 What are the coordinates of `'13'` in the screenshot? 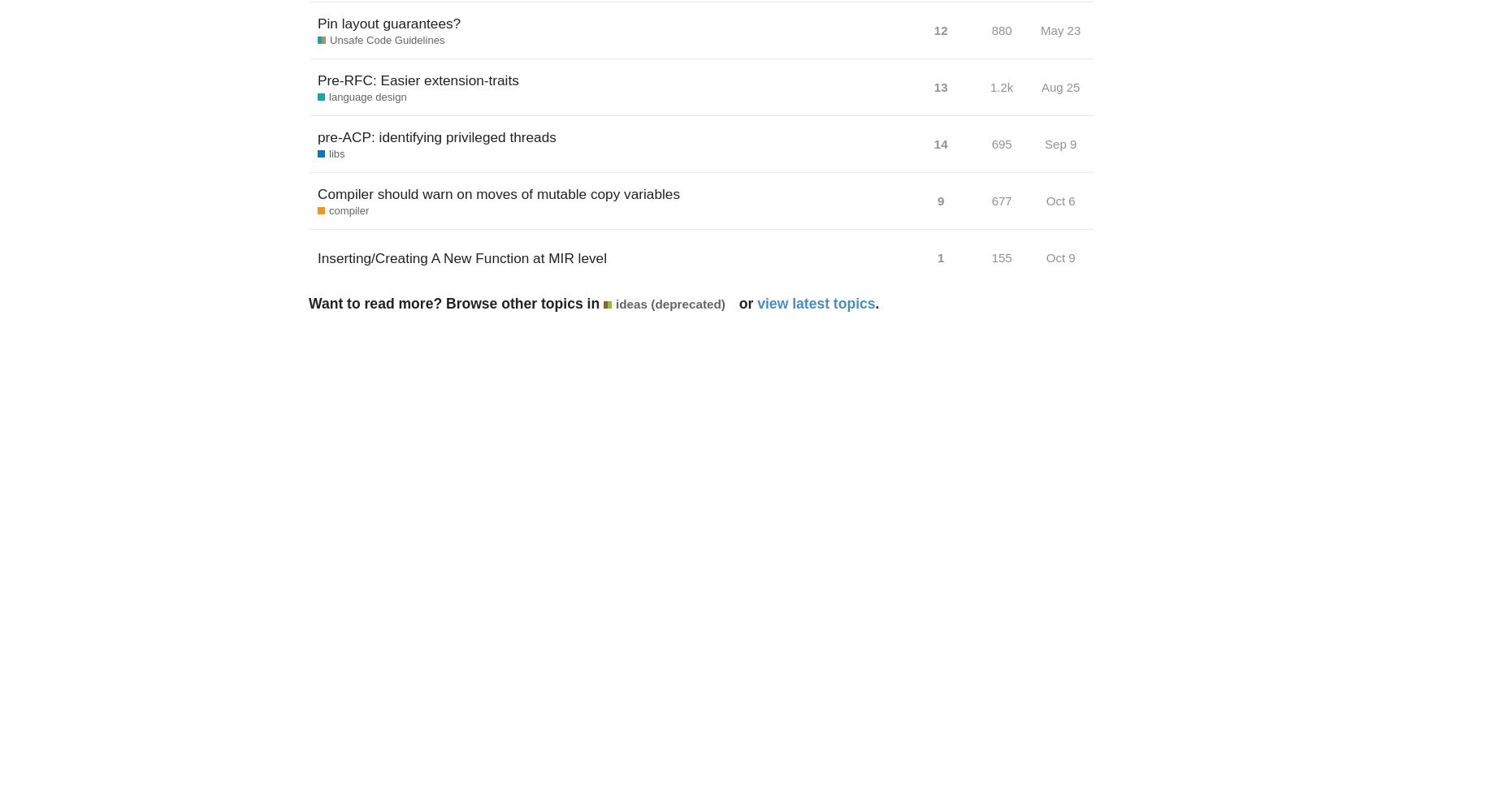 It's located at (939, 86).